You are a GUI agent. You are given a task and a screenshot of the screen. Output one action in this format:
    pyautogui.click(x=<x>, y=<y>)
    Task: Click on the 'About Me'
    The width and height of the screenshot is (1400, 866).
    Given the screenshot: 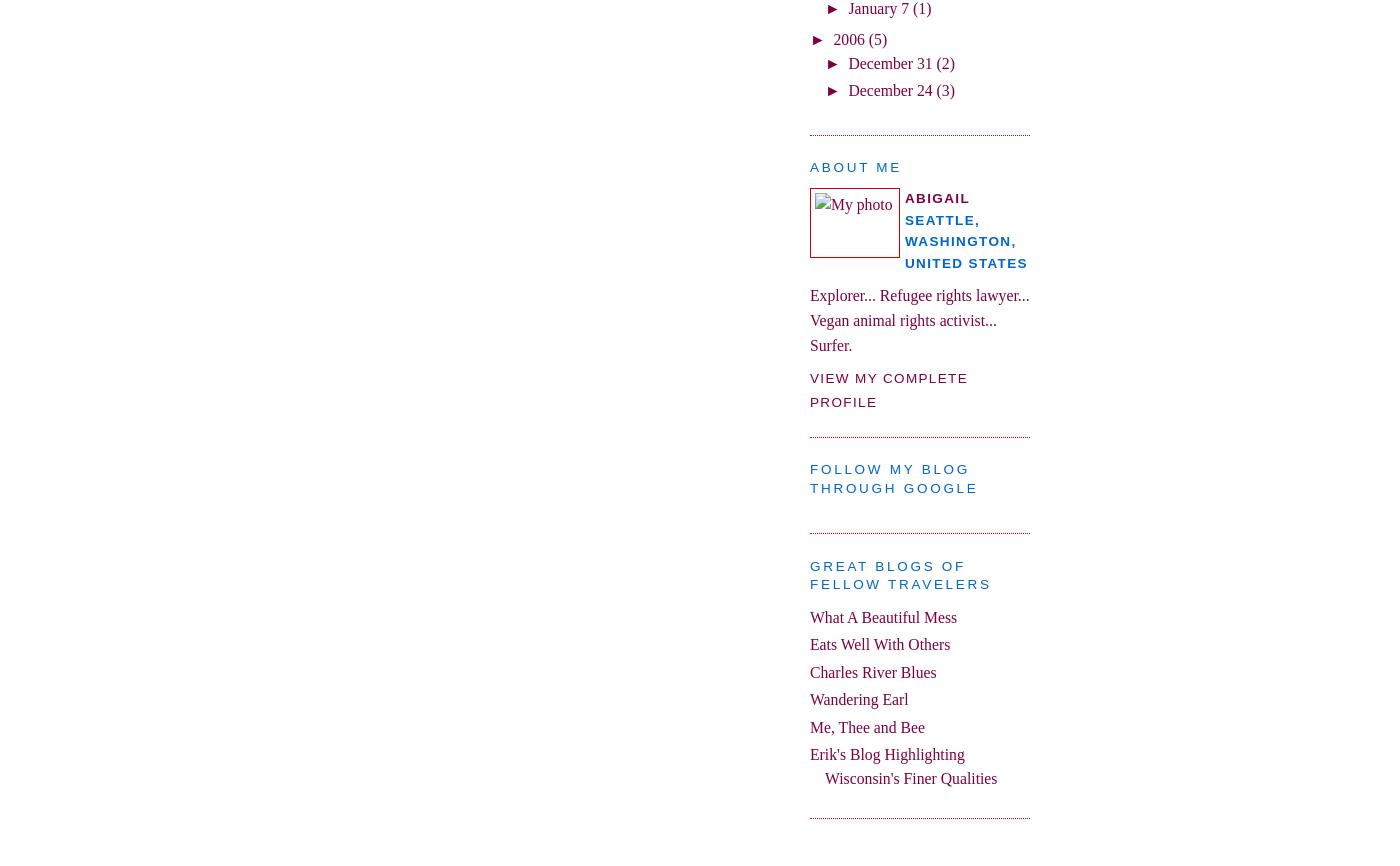 What is the action you would take?
    pyautogui.click(x=855, y=167)
    